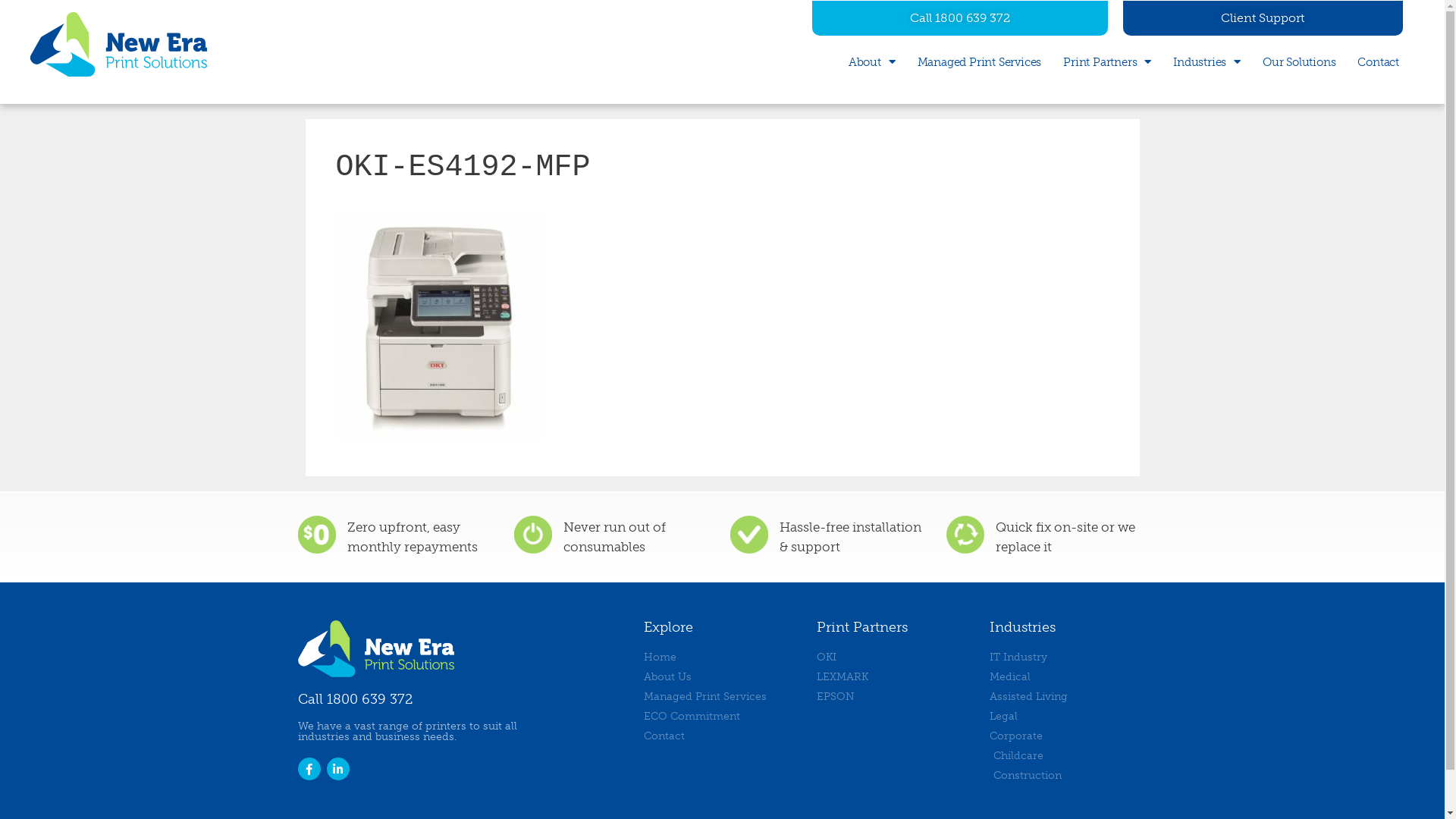 The height and width of the screenshot is (819, 1456). I want to click on 'OKI', so click(895, 656).